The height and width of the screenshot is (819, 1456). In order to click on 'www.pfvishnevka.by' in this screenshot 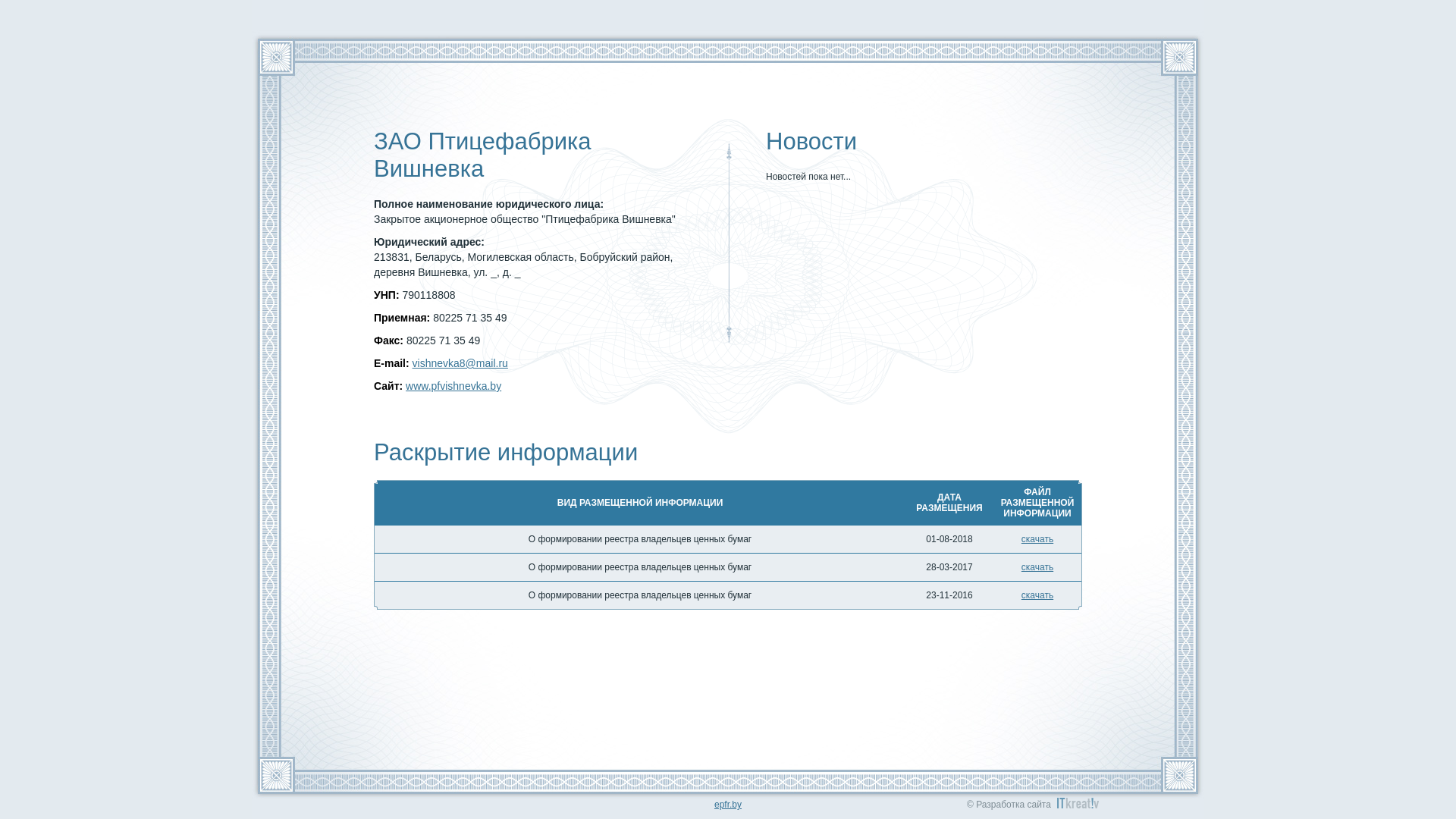, I will do `click(405, 385)`.